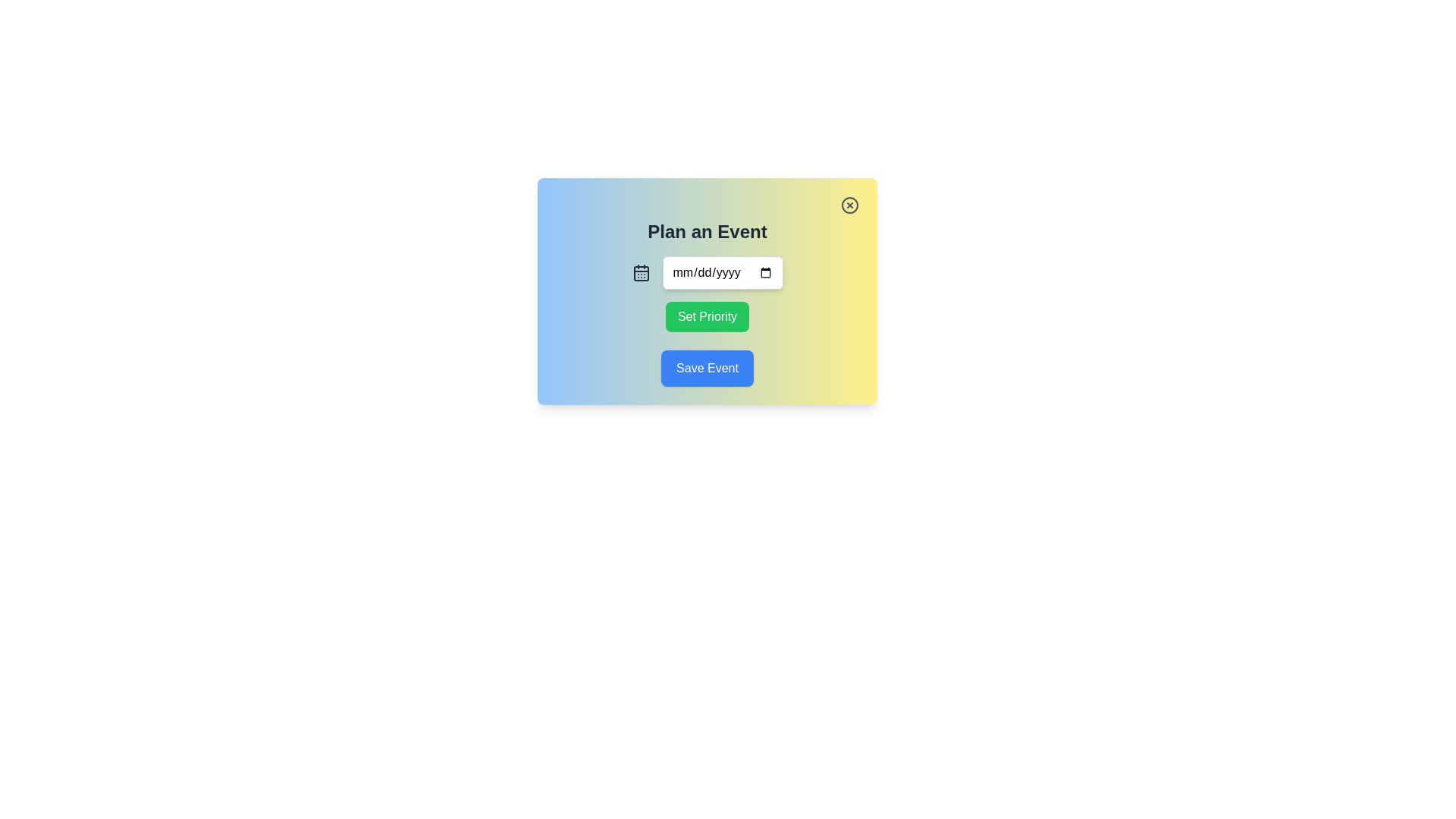  Describe the element at coordinates (706, 369) in the screenshot. I see `the 'Save Event' button, which is styled with a blue background and white text, located at the bottom of the 'Plan an Event' card` at that location.